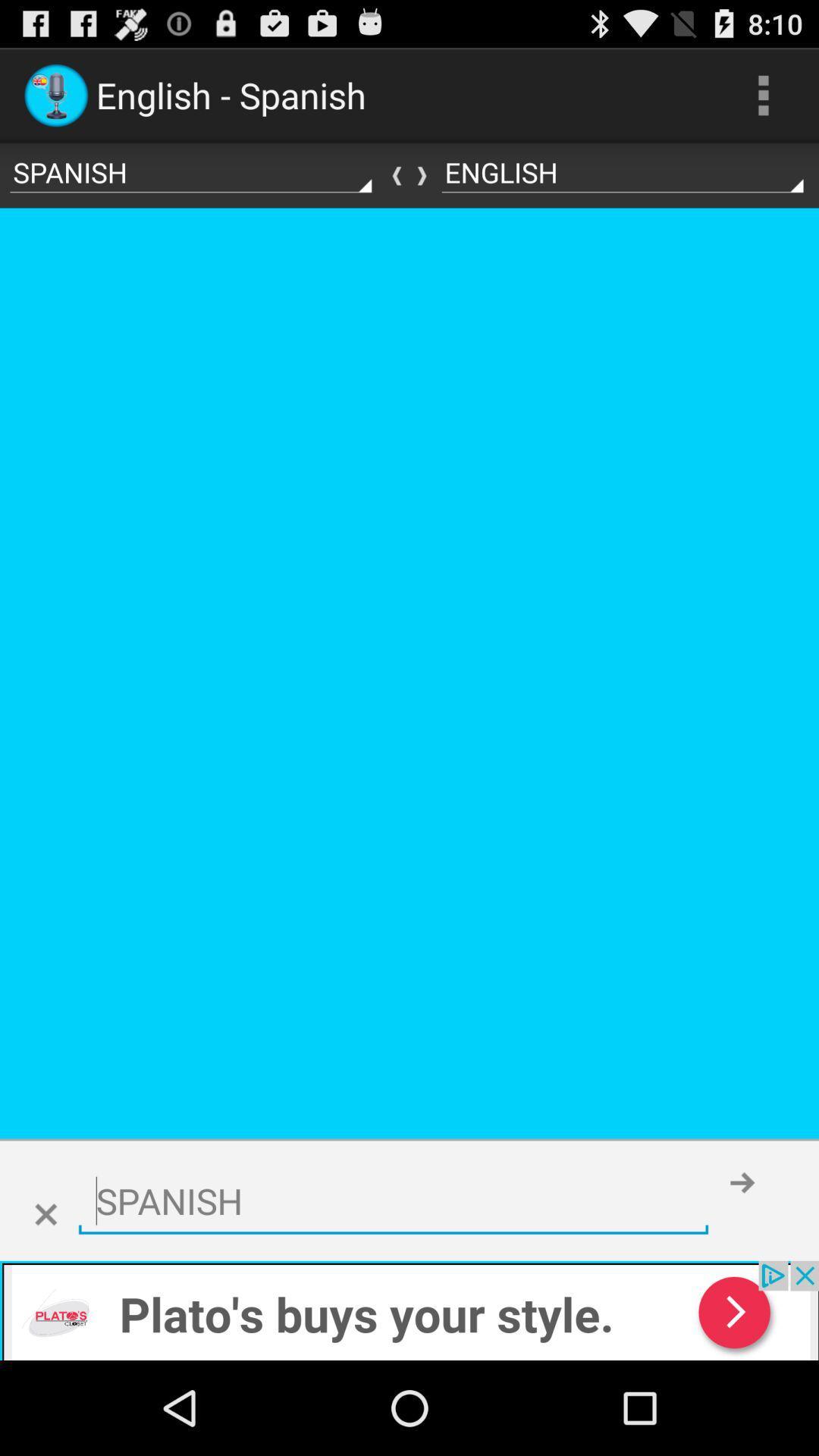 This screenshot has height=1456, width=819. I want to click on search, so click(393, 1200).